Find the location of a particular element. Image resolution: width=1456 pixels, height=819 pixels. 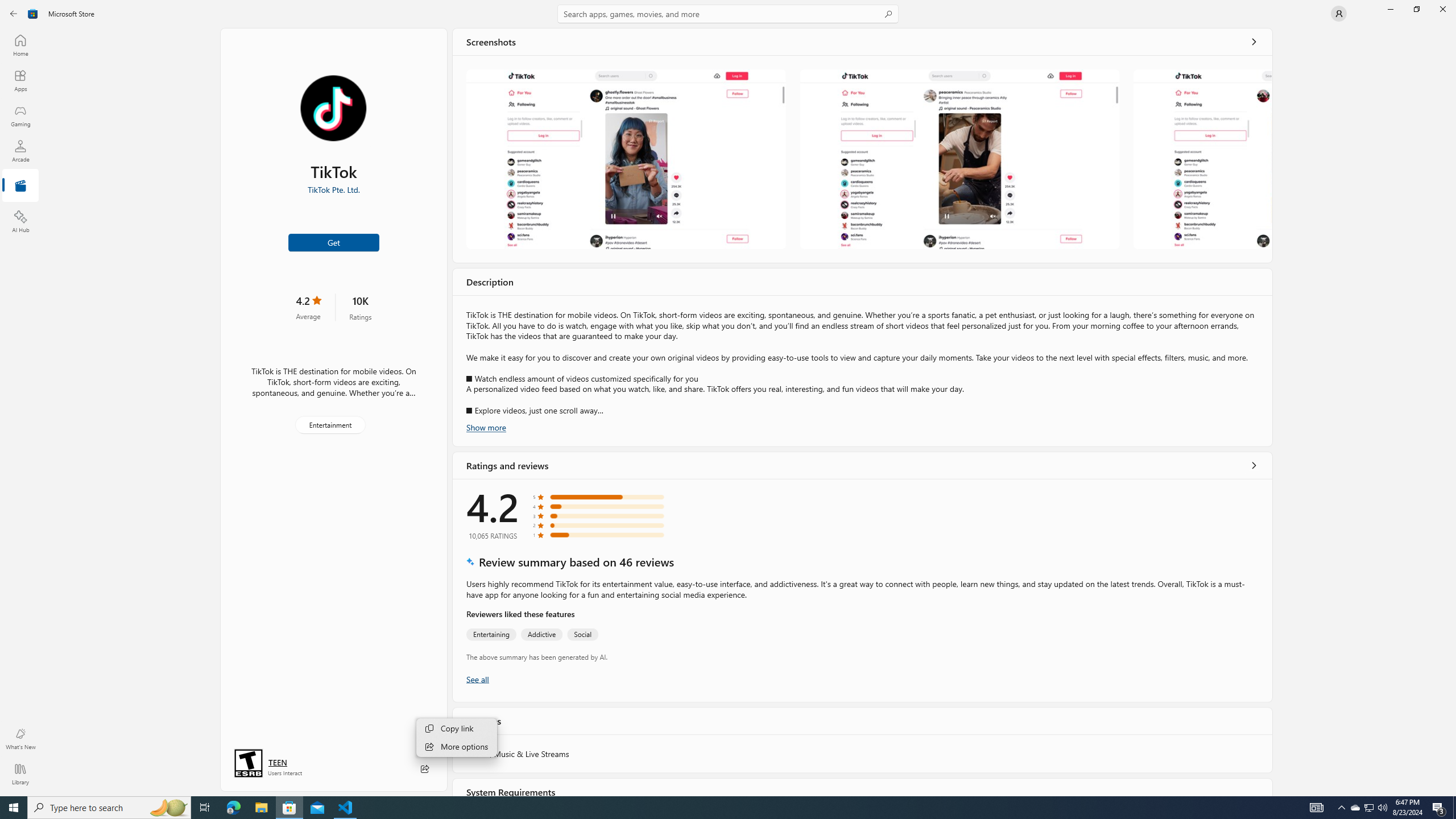

'Restore Microsoft Store' is located at coordinates (1416, 9).